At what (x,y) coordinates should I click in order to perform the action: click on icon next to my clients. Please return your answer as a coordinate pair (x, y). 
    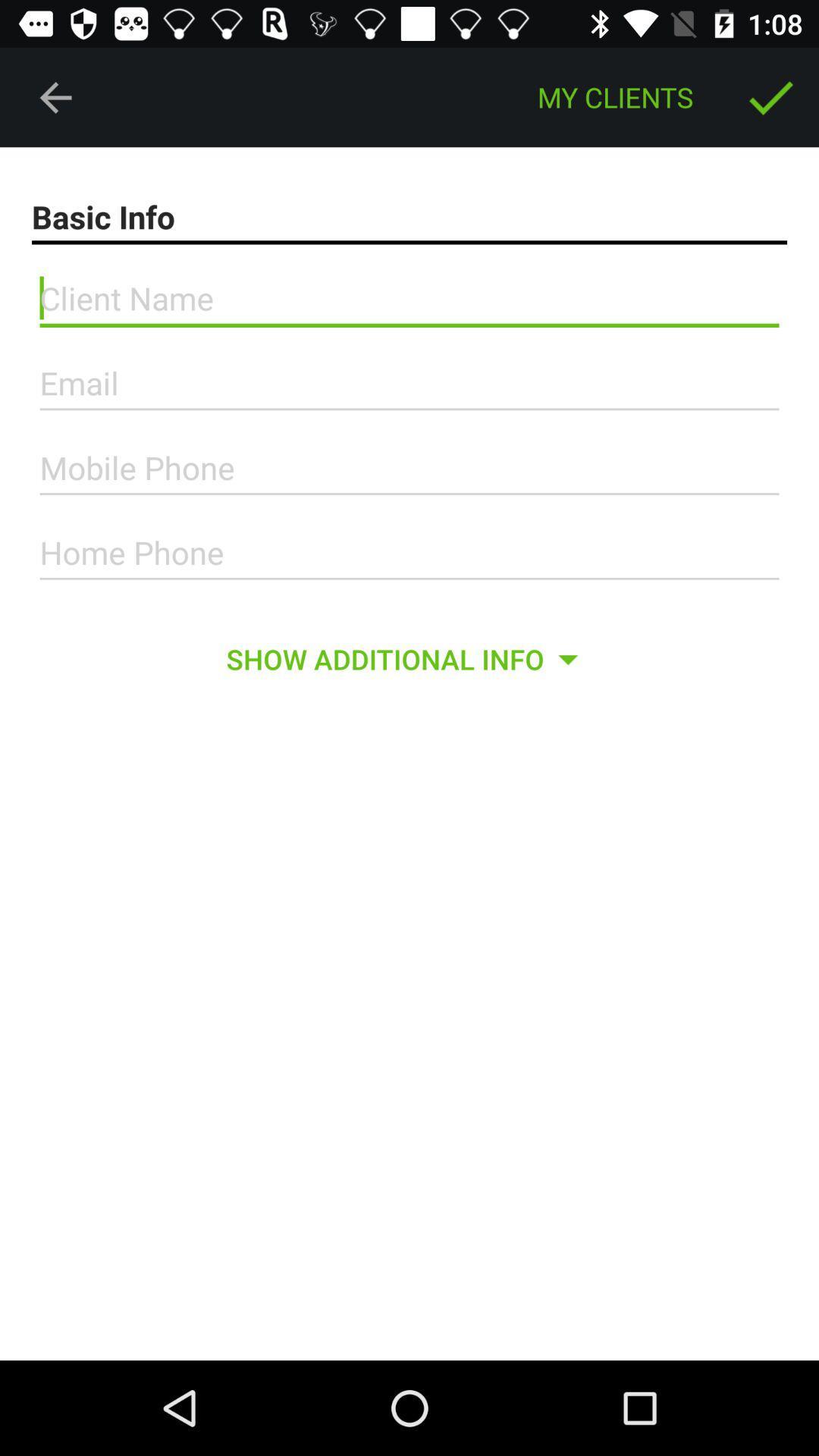
    Looking at the image, I should click on (55, 96).